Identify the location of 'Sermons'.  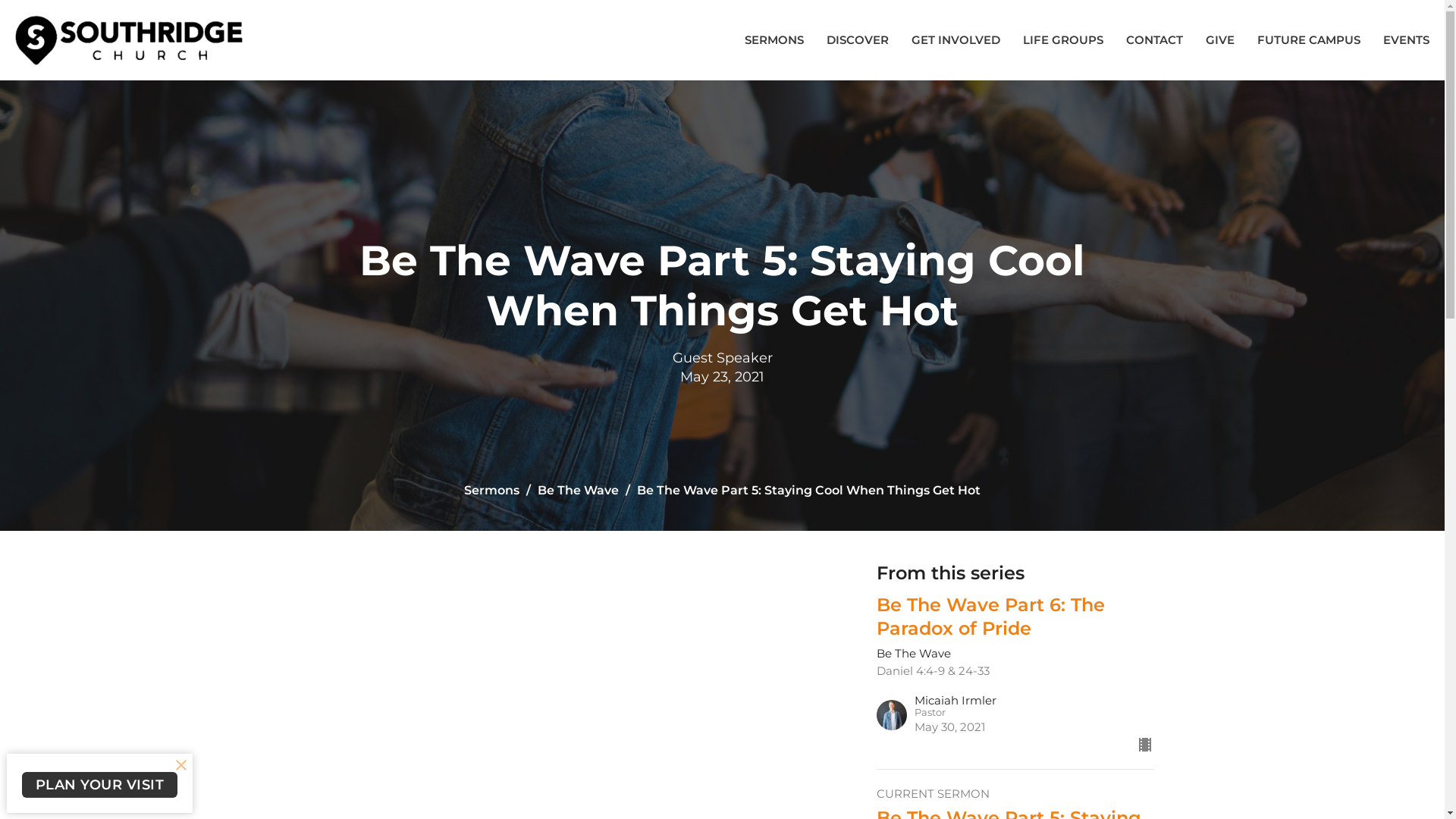
(463, 490).